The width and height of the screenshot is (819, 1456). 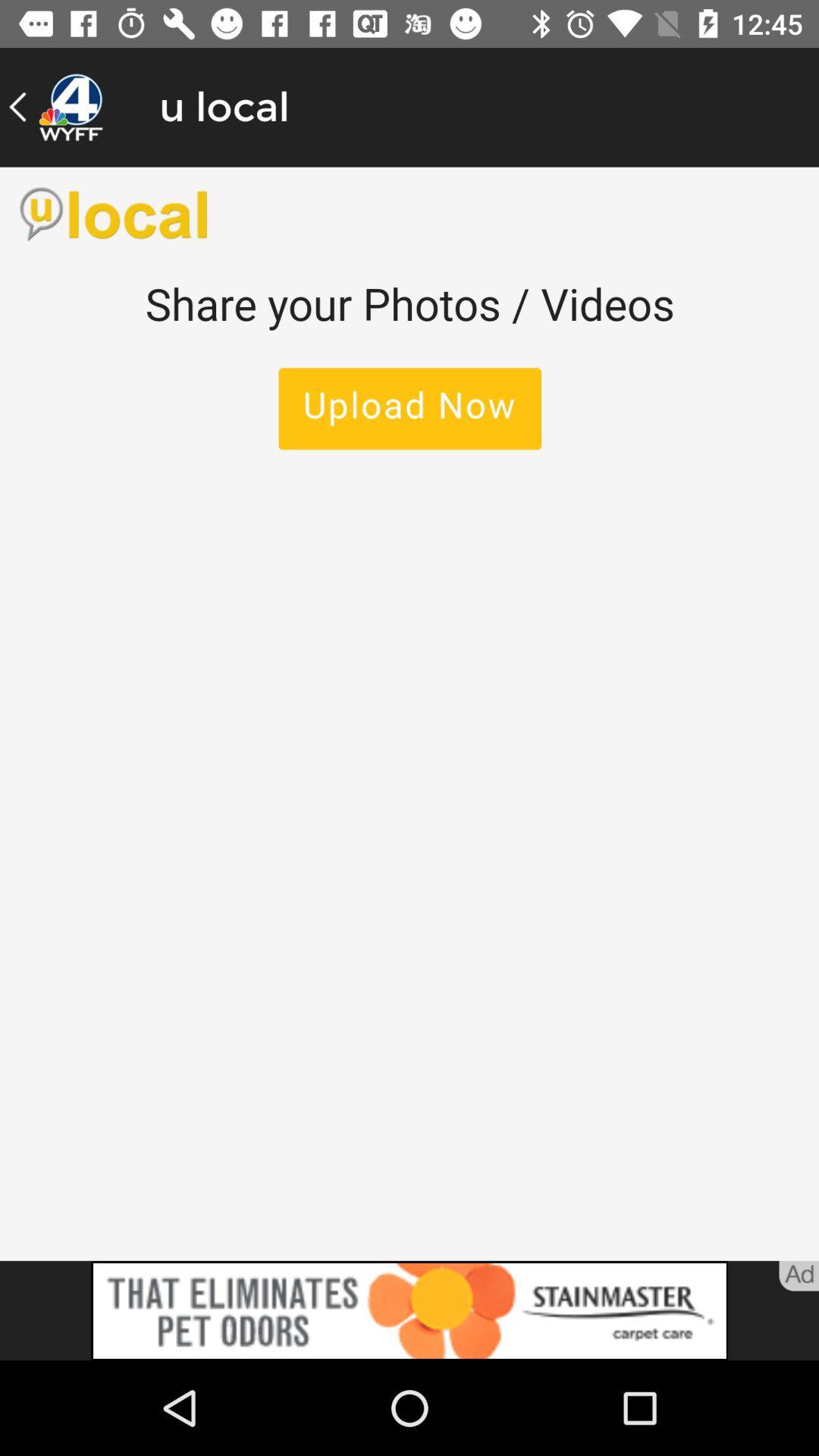 I want to click on upload file, so click(x=409, y=713).